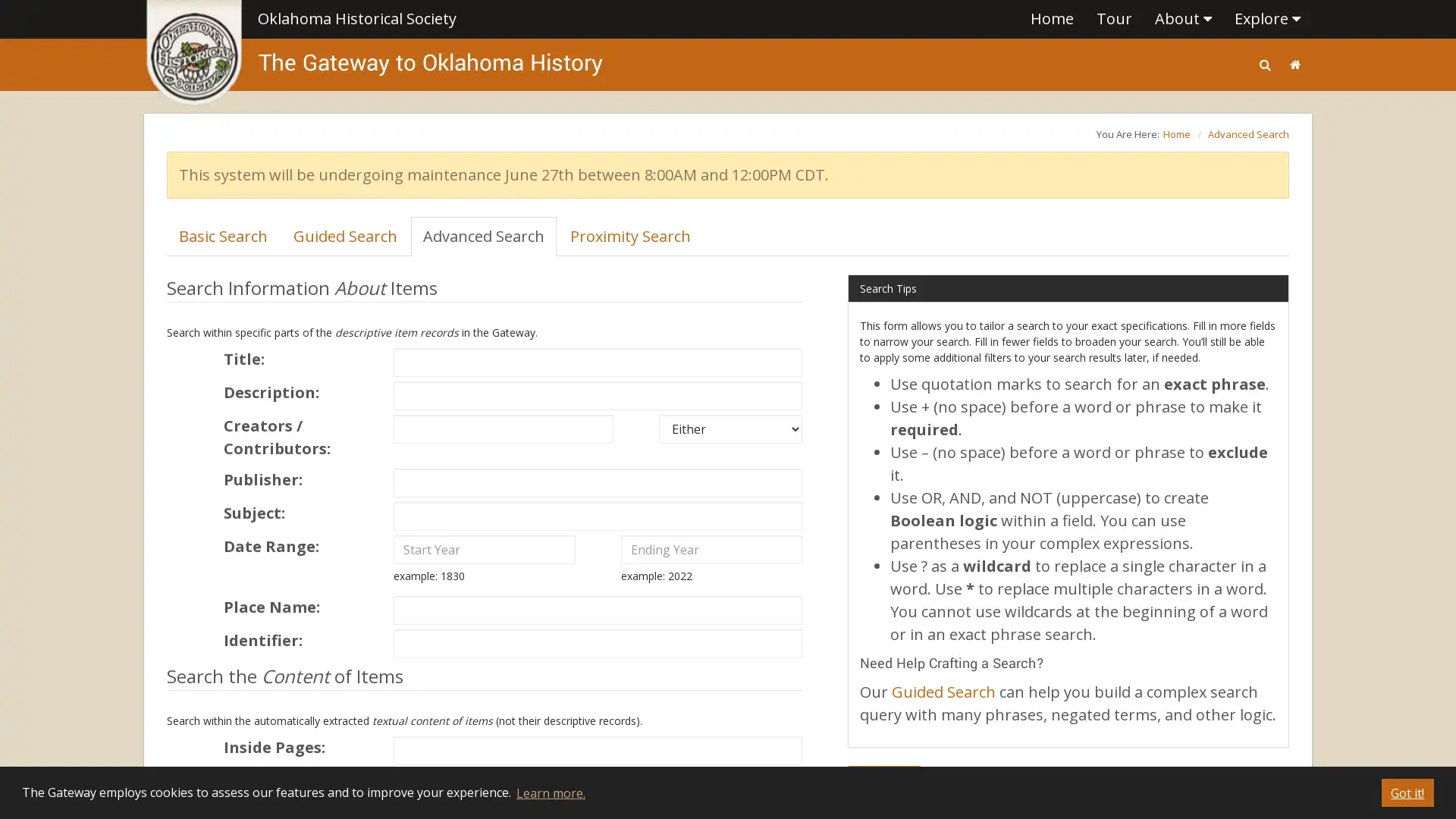  I want to click on dismiss cookie message, so click(1407, 792).